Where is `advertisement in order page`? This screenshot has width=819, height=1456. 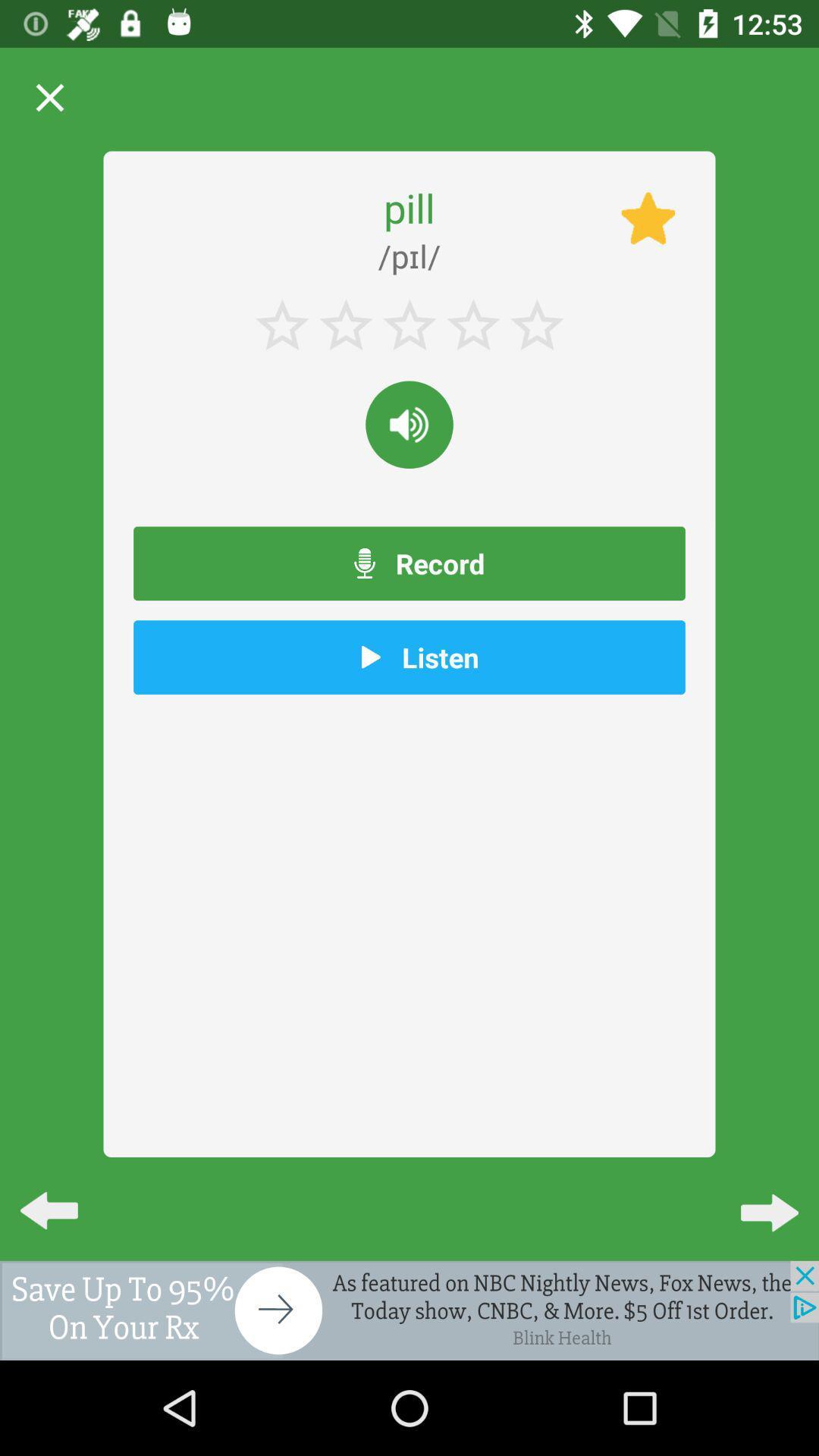
advertisement in order page is located at coordinates (409, 1310).